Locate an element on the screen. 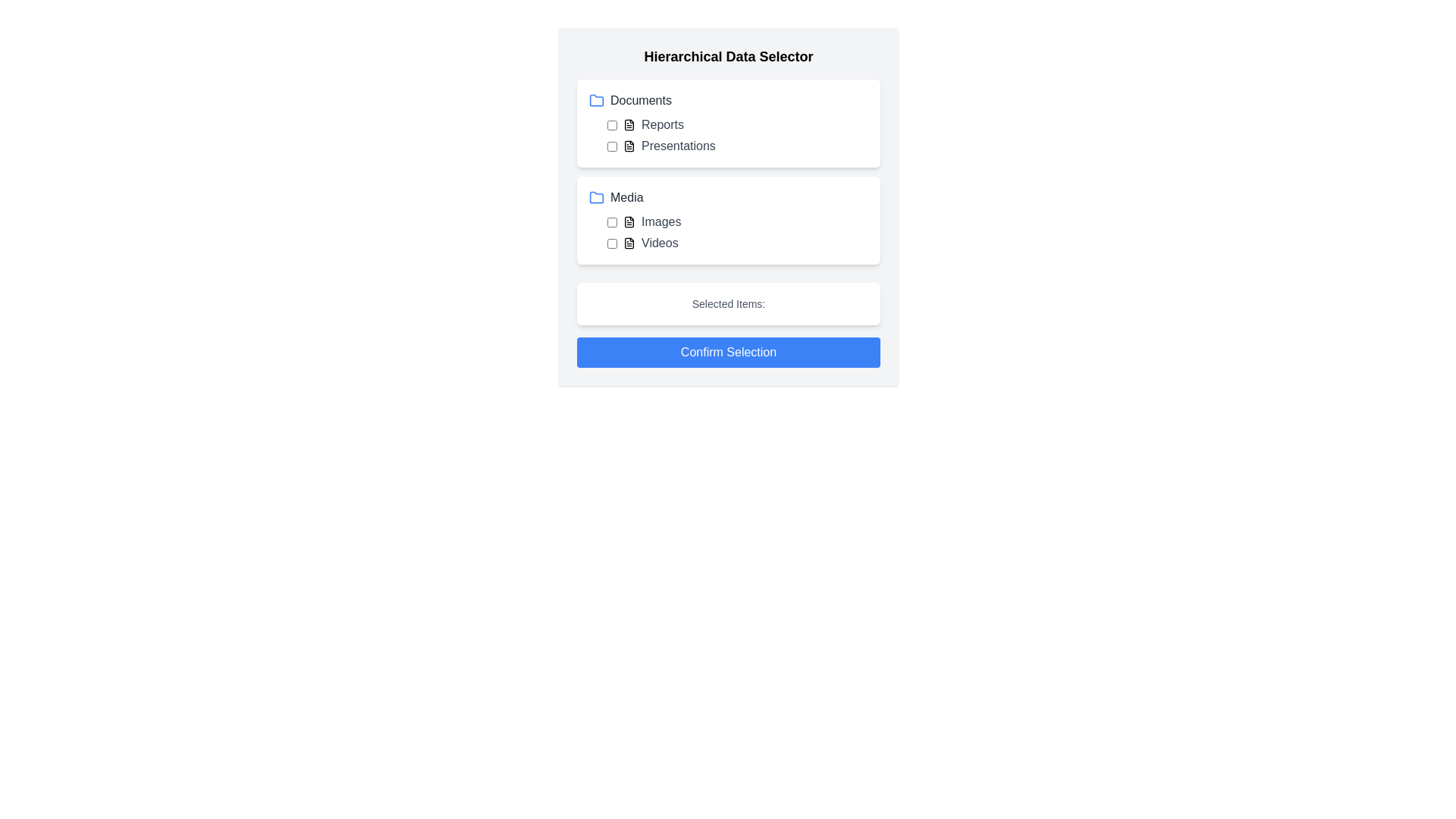  the document icon representing the 'Presentations' category, located to the left of the 'Presentations' text and adjacent to the selectable checkbox in the 'Documents' section is located at coordinates (629, 146).